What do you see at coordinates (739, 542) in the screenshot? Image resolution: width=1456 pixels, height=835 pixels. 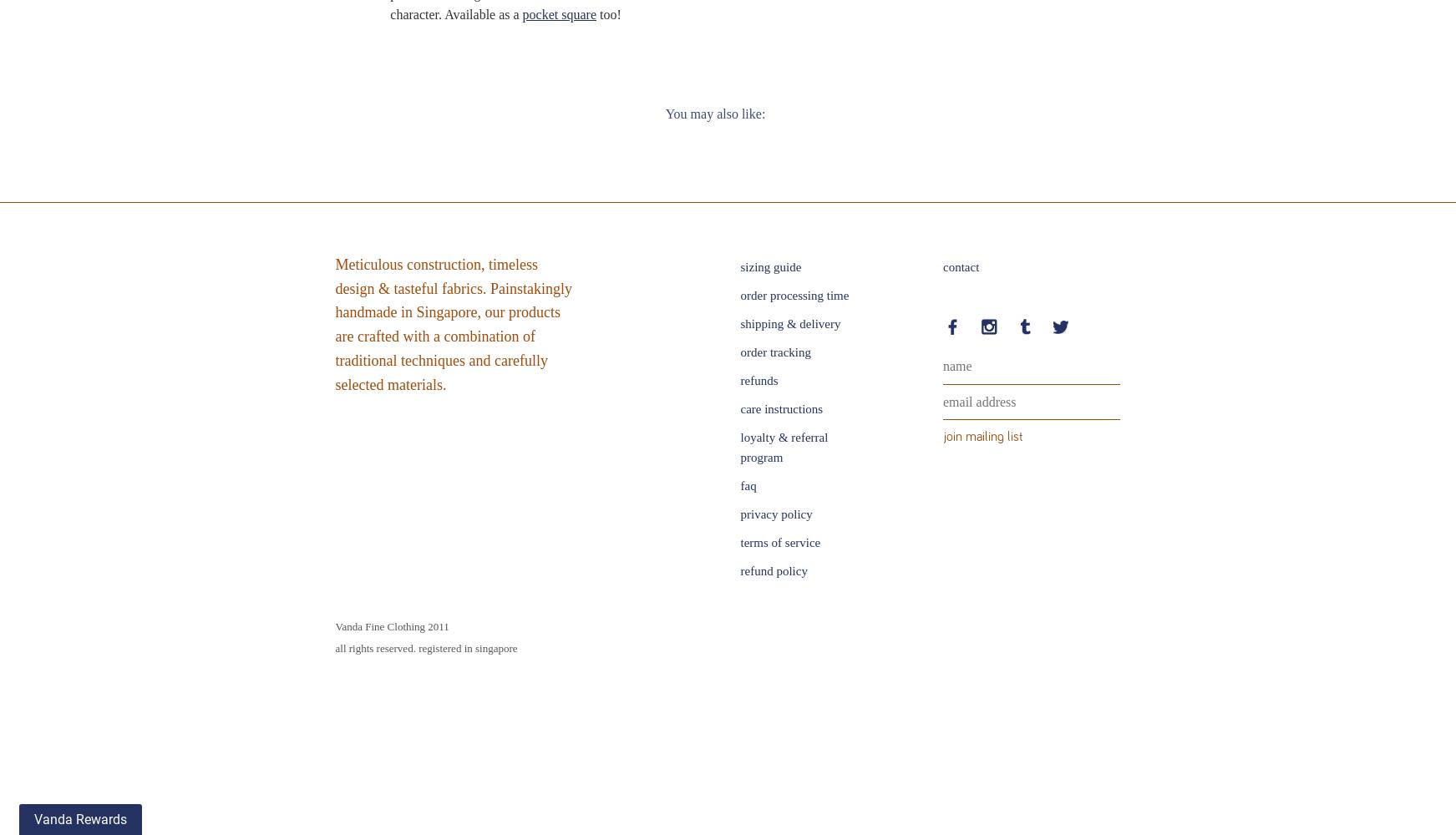 I see `'Terms of Service'` at bounding box center [739, 542].